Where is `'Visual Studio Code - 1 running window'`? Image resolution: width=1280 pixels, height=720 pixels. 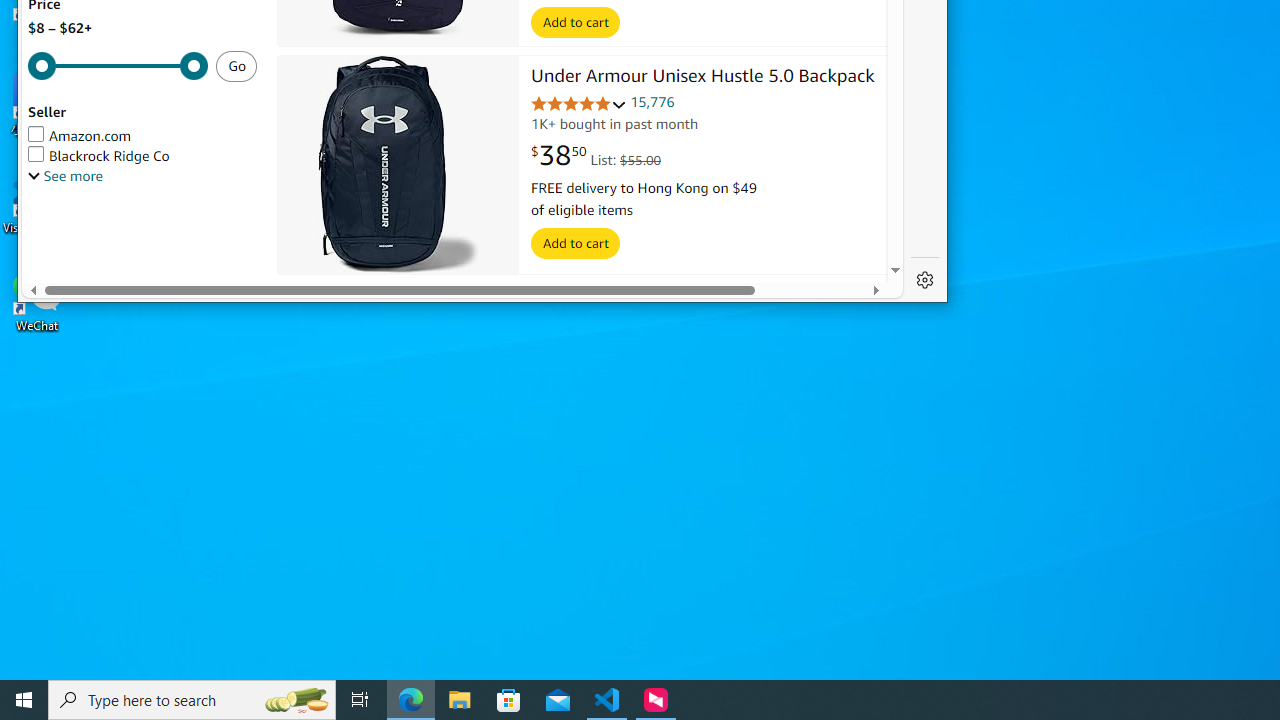 'Visual Studio Code - 1 running window' is located at coordinates (606, 698).